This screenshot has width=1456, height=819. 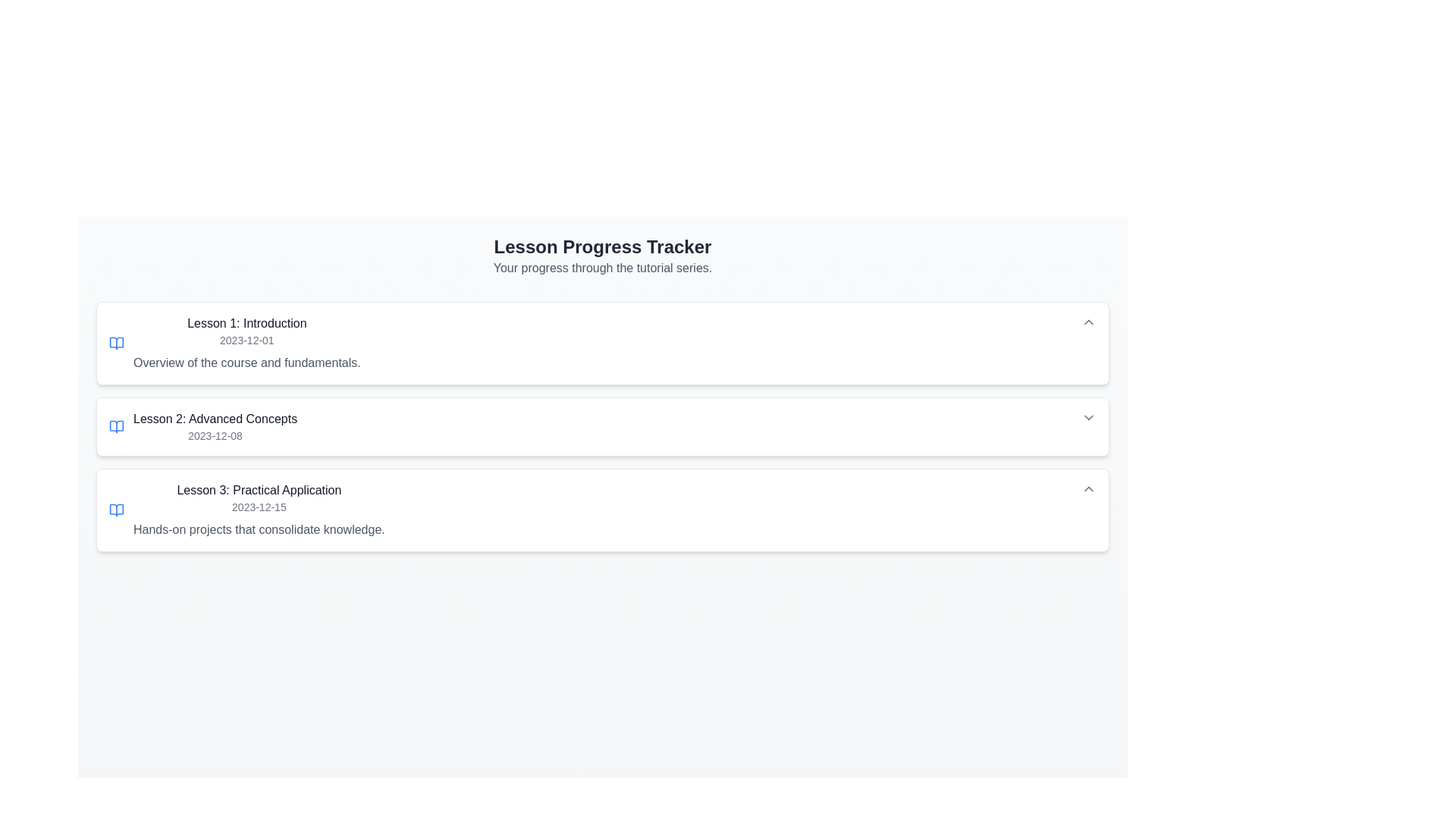 What do you see at coordinates (115, 343) in the screenshot?
I see `the blue open book icon located to the left of the text 'Lesson 1: Introduction 2023-12-01 Overview of the course and fundamentals.'` at bounding box center [115, 343].